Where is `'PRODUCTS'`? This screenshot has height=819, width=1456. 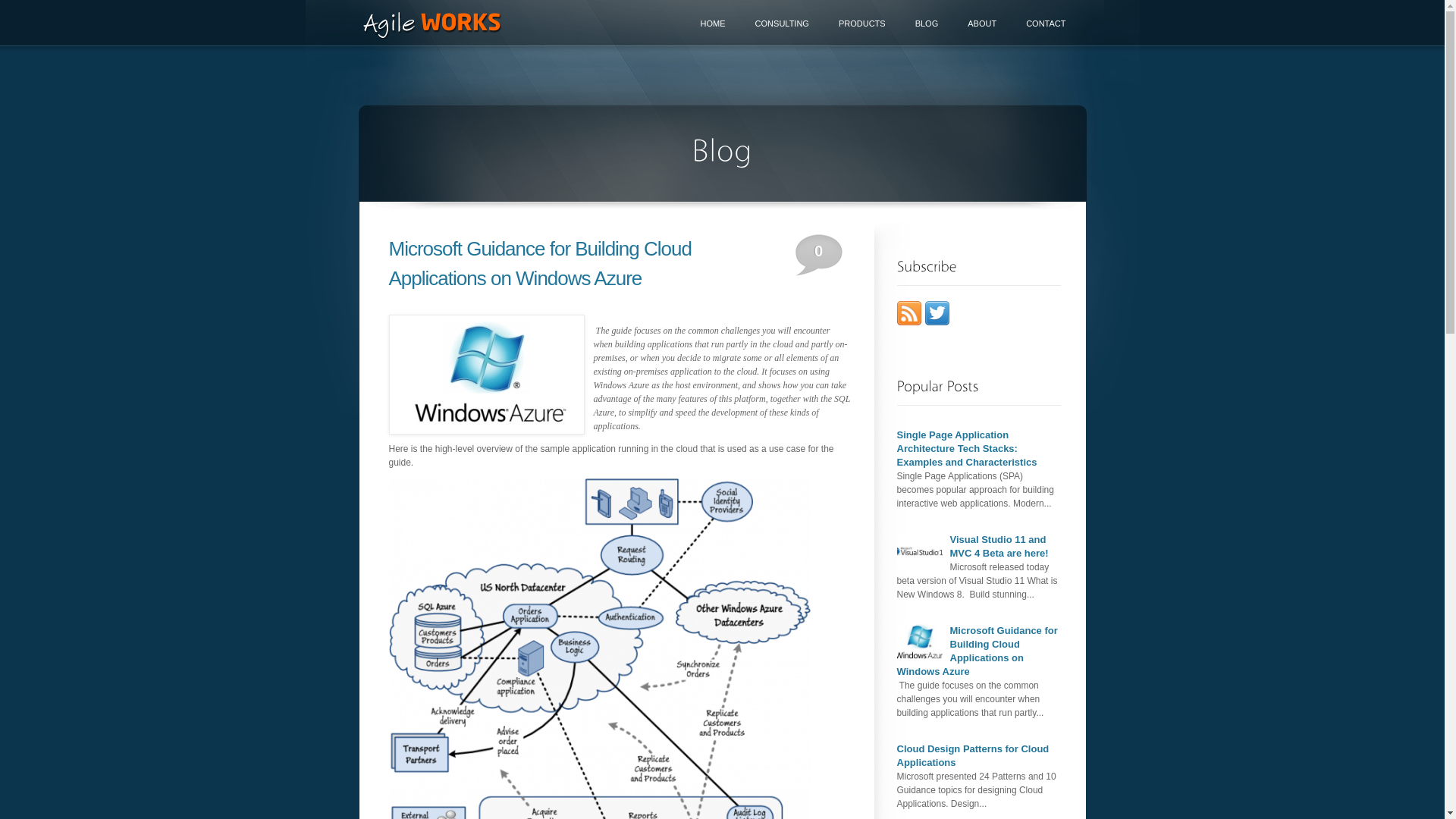 'PRODUCTS' is located at coordinates (862, 24).